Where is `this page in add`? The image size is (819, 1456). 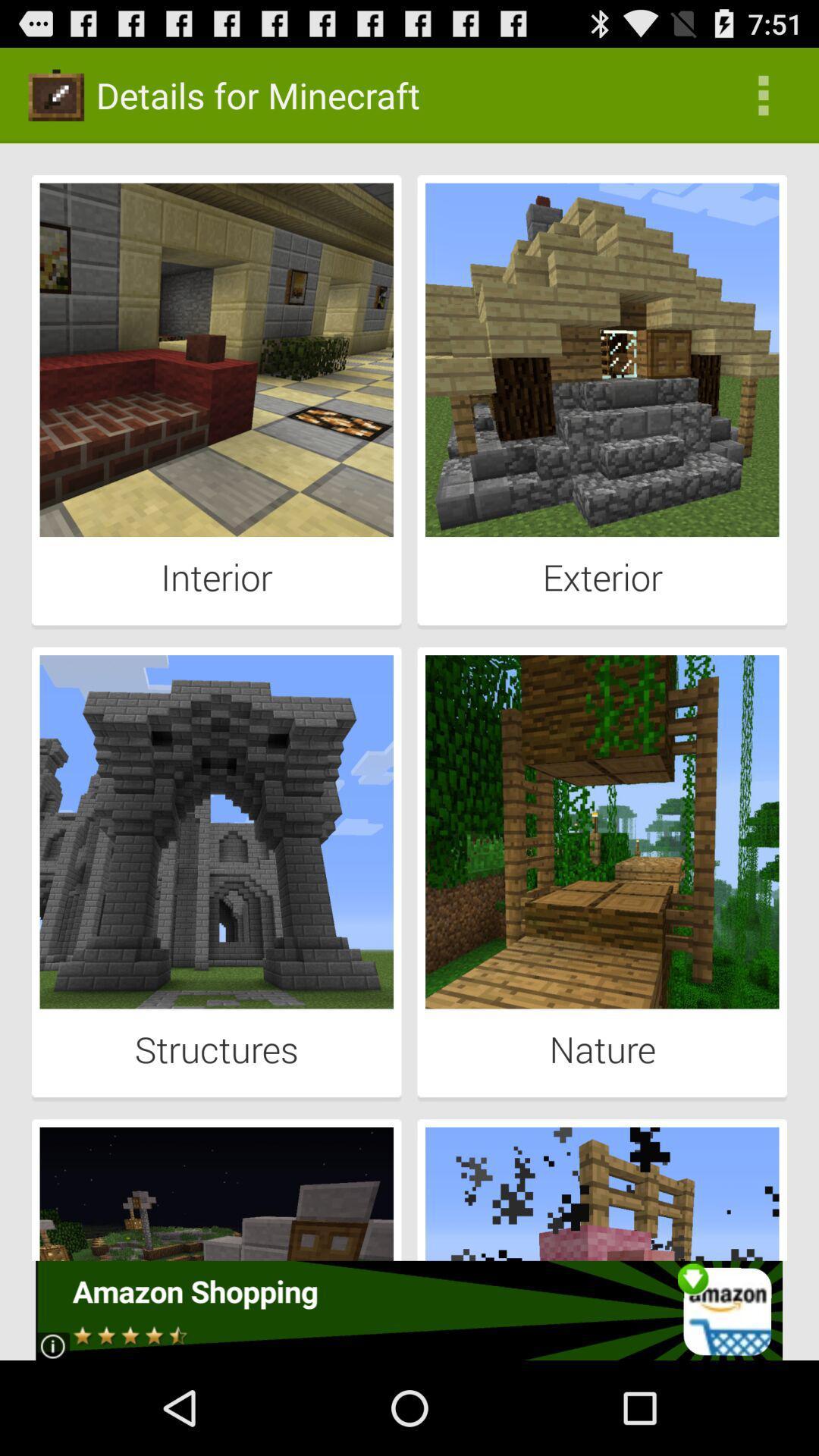 this page in add is located at coordinates (408, 1310).